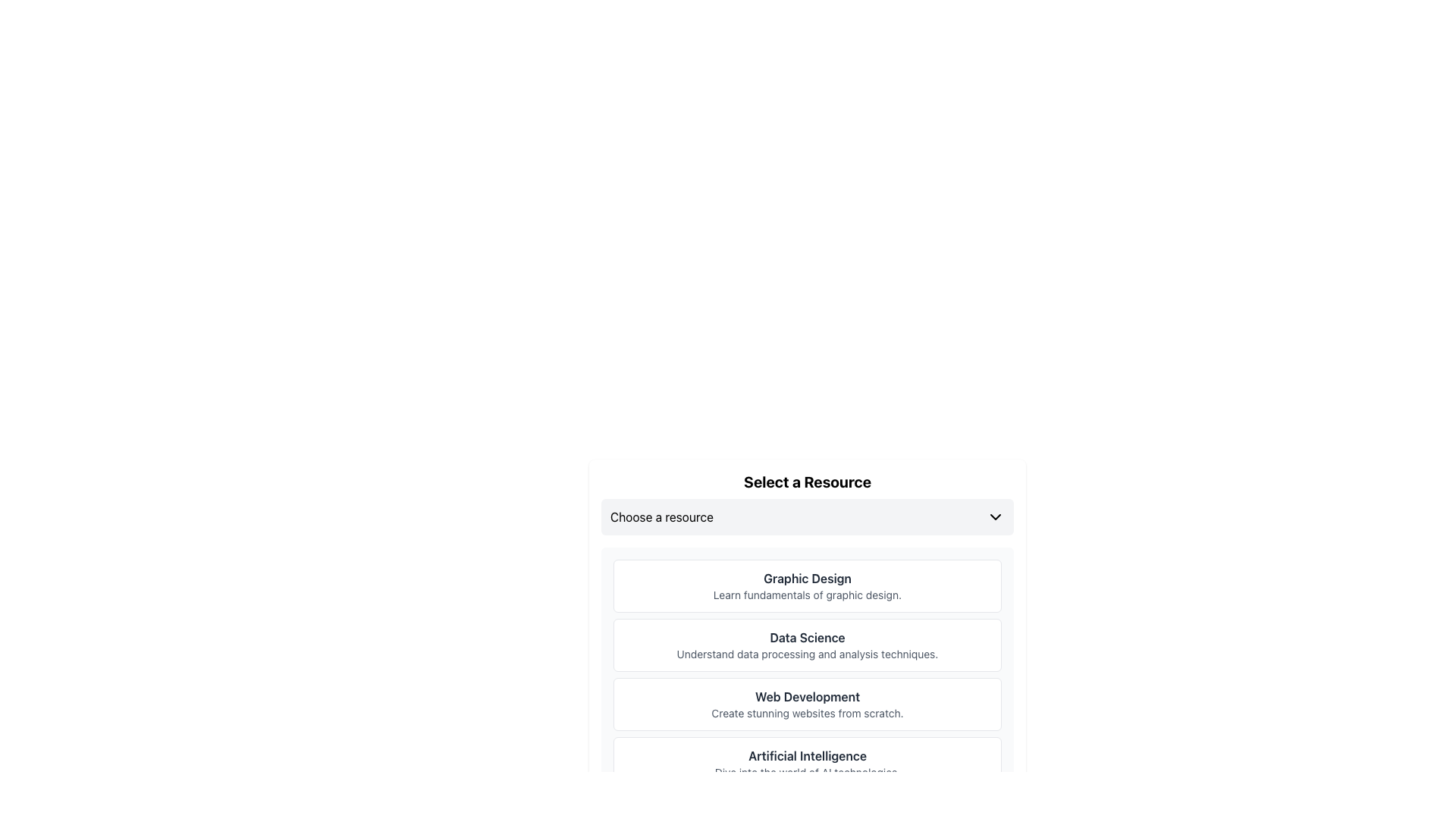 Image resolution: width=1456 pixels, height=819 pixels. I want to click on the 'Data Science' selectable card located in the 'Select a Resource' list, so click(807, 645).